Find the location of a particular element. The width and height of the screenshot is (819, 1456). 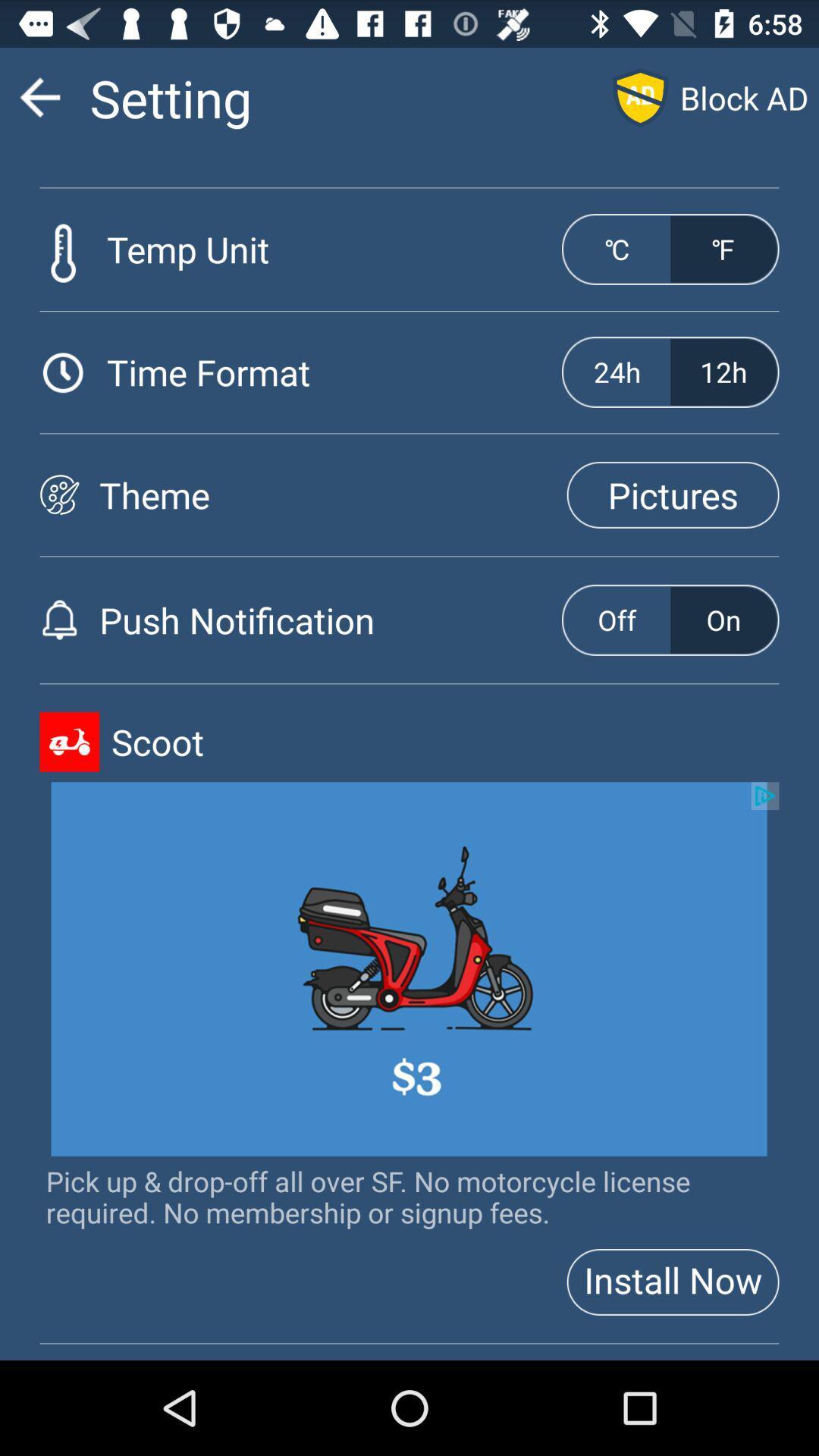

bell icon is located at coordinates (58, 620).